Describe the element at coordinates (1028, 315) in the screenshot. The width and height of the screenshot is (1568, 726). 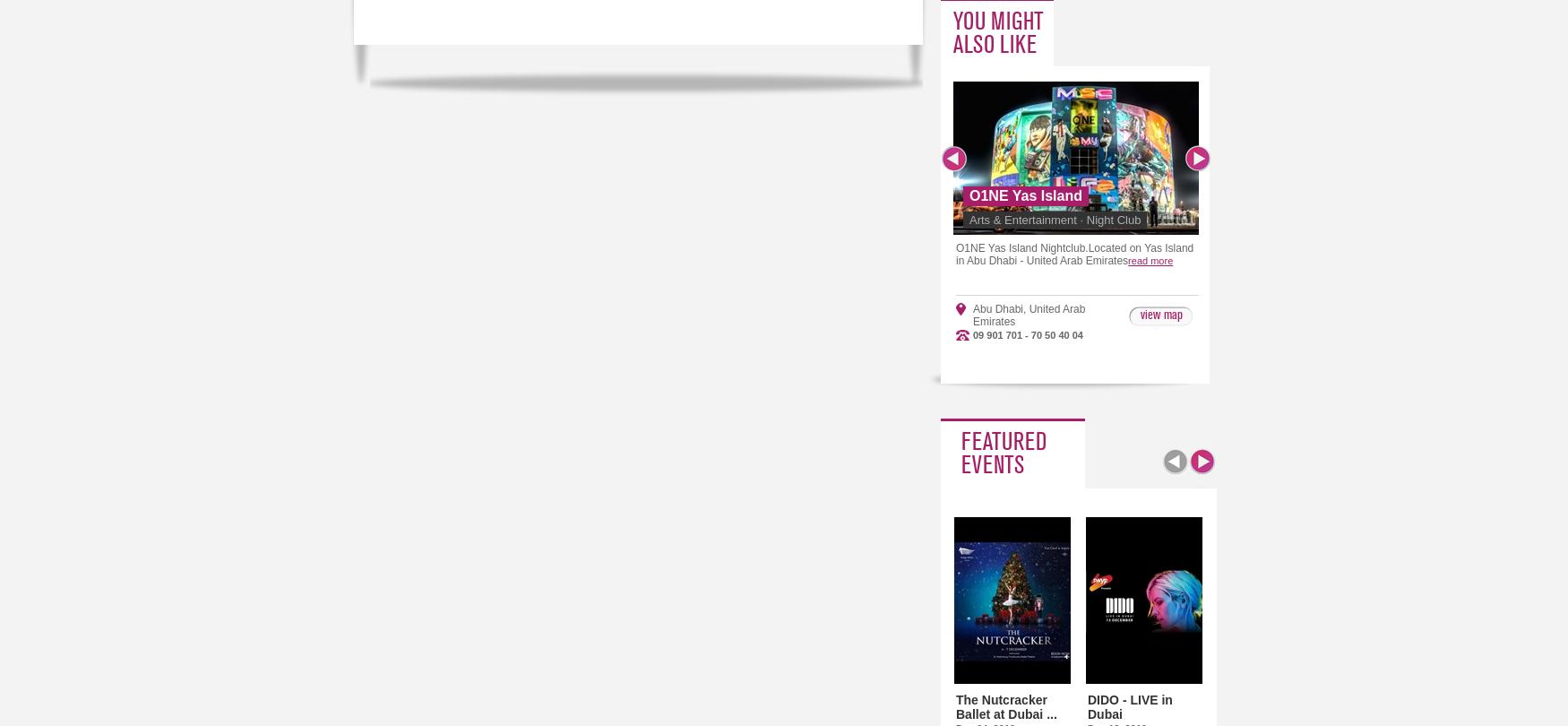
I see `'Abu Dhabi, United Arab Emirates'` at that location.